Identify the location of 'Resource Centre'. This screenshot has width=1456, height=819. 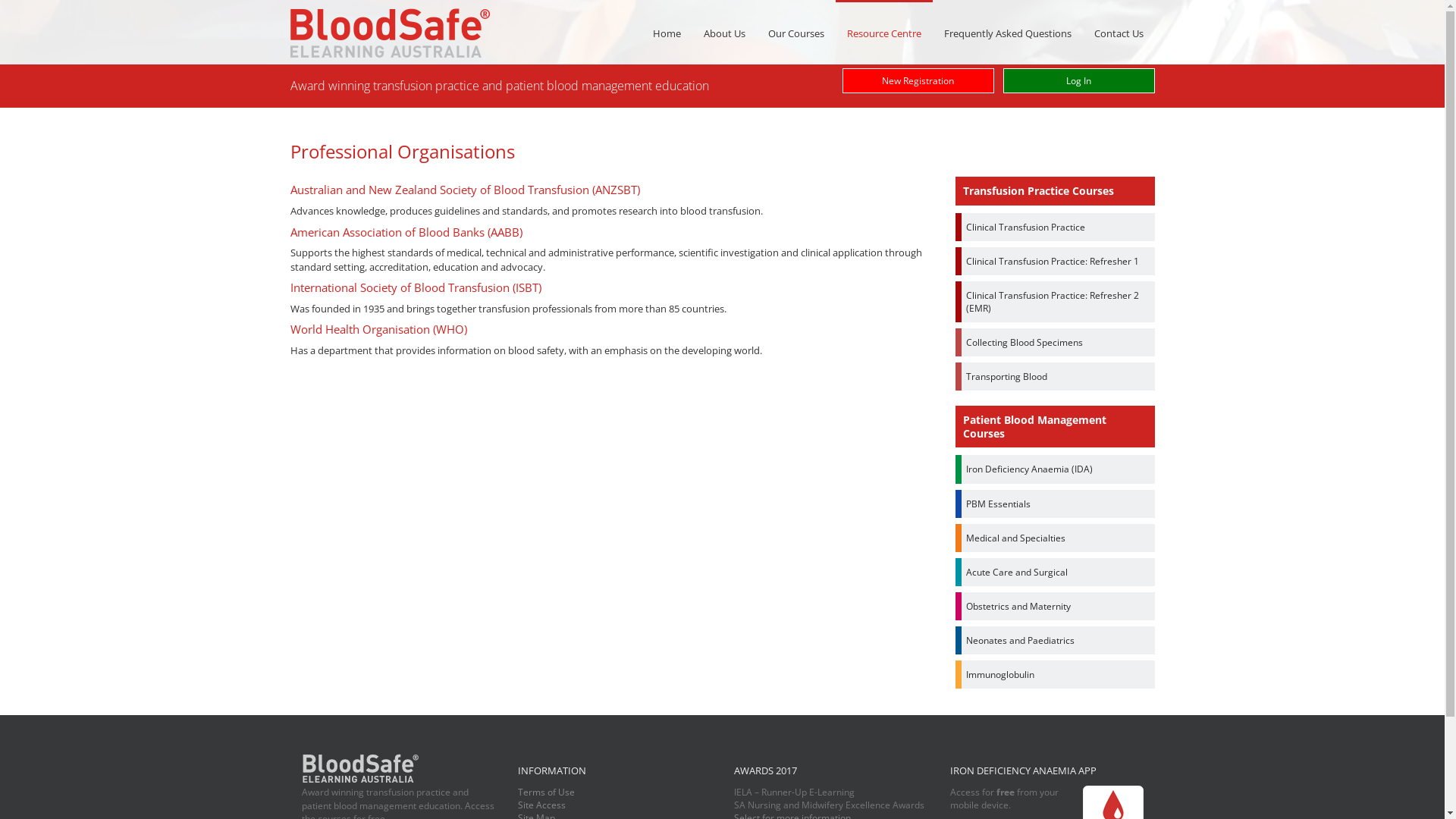
(884, 32).